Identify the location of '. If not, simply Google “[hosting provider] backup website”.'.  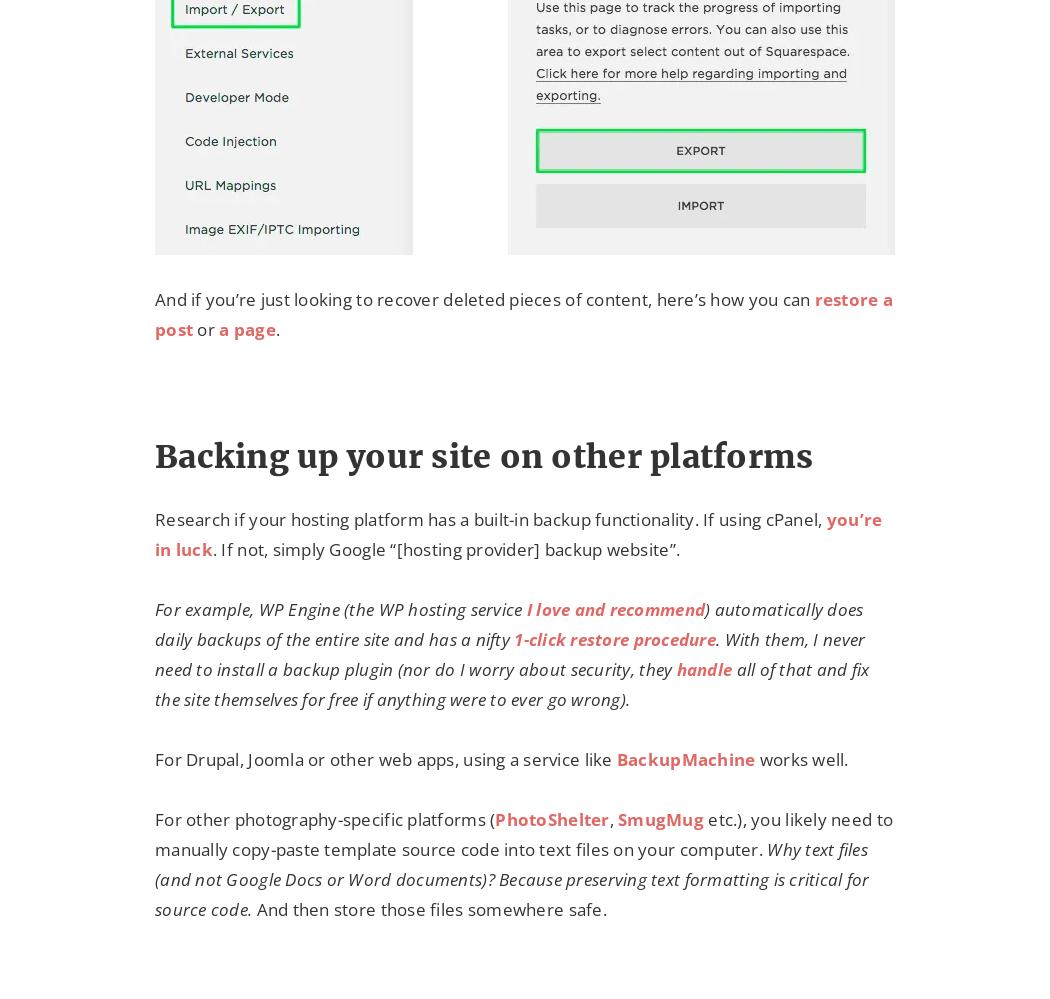
(210, 548).